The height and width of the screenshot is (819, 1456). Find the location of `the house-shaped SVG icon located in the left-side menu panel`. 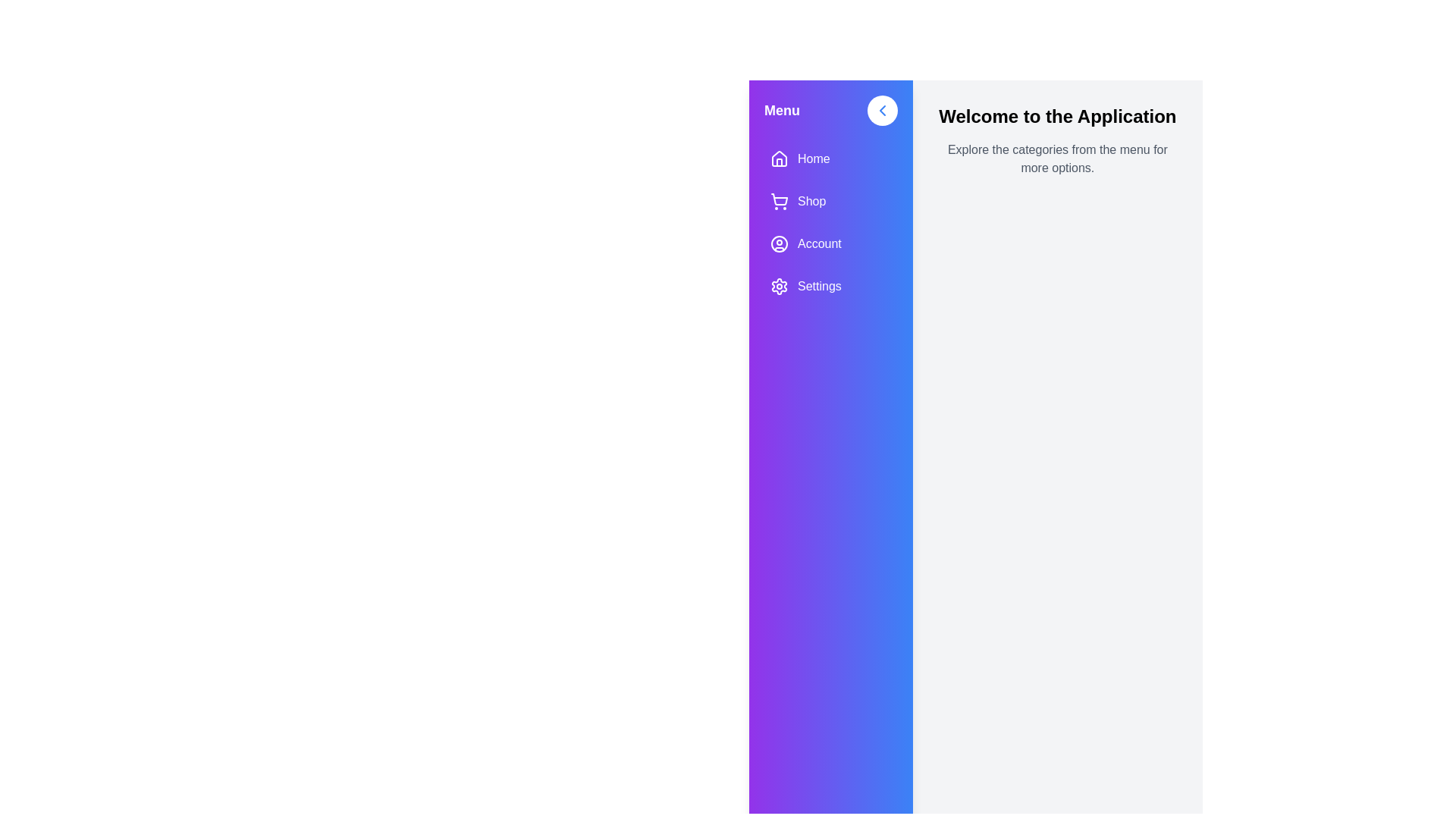

the house-shaped SVG icon located in the left-side menu panel is located at coordinates (779, 158).